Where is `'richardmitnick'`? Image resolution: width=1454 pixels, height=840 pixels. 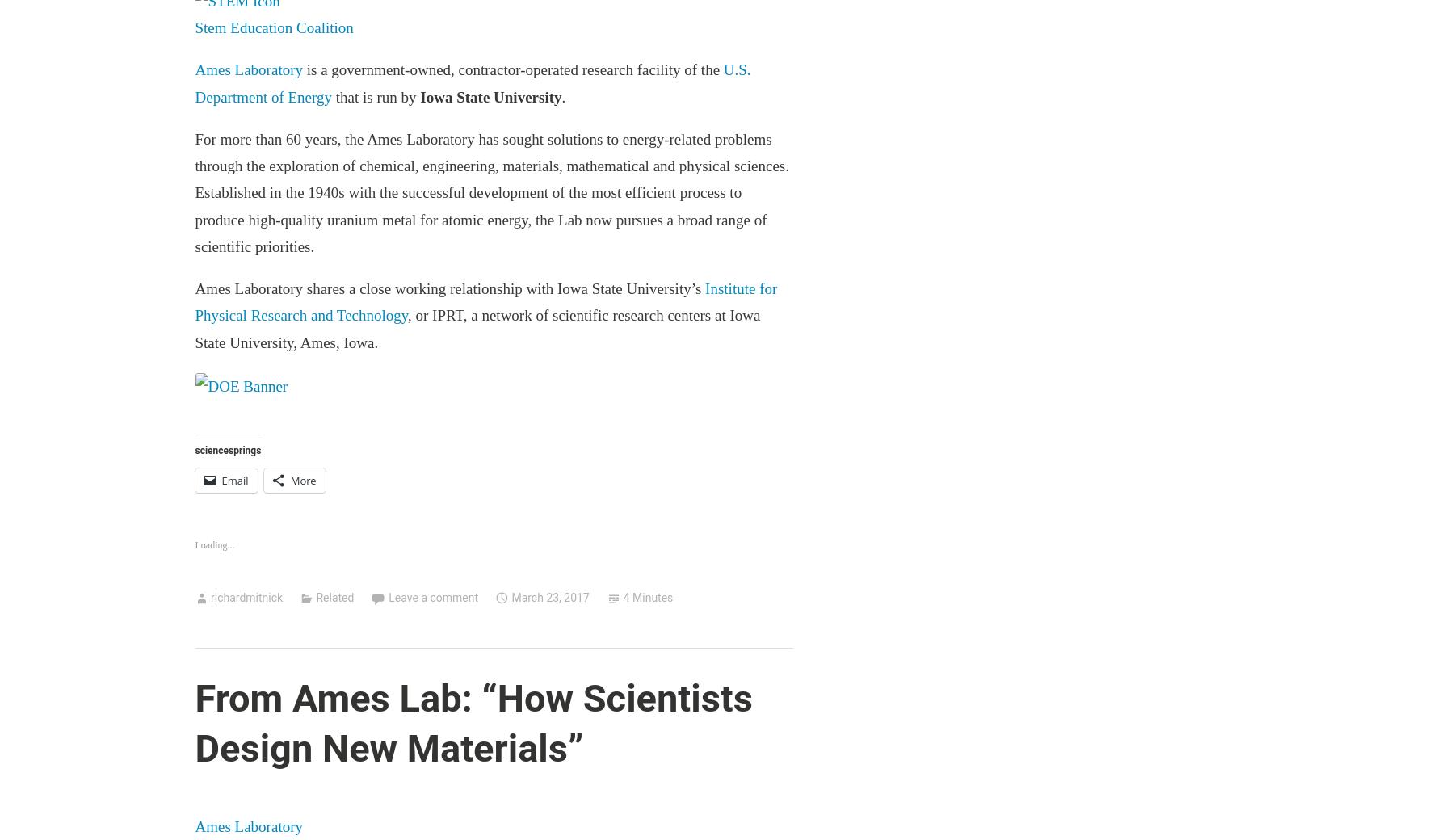 'richardmitnick' is located at coordinates (245, 597).